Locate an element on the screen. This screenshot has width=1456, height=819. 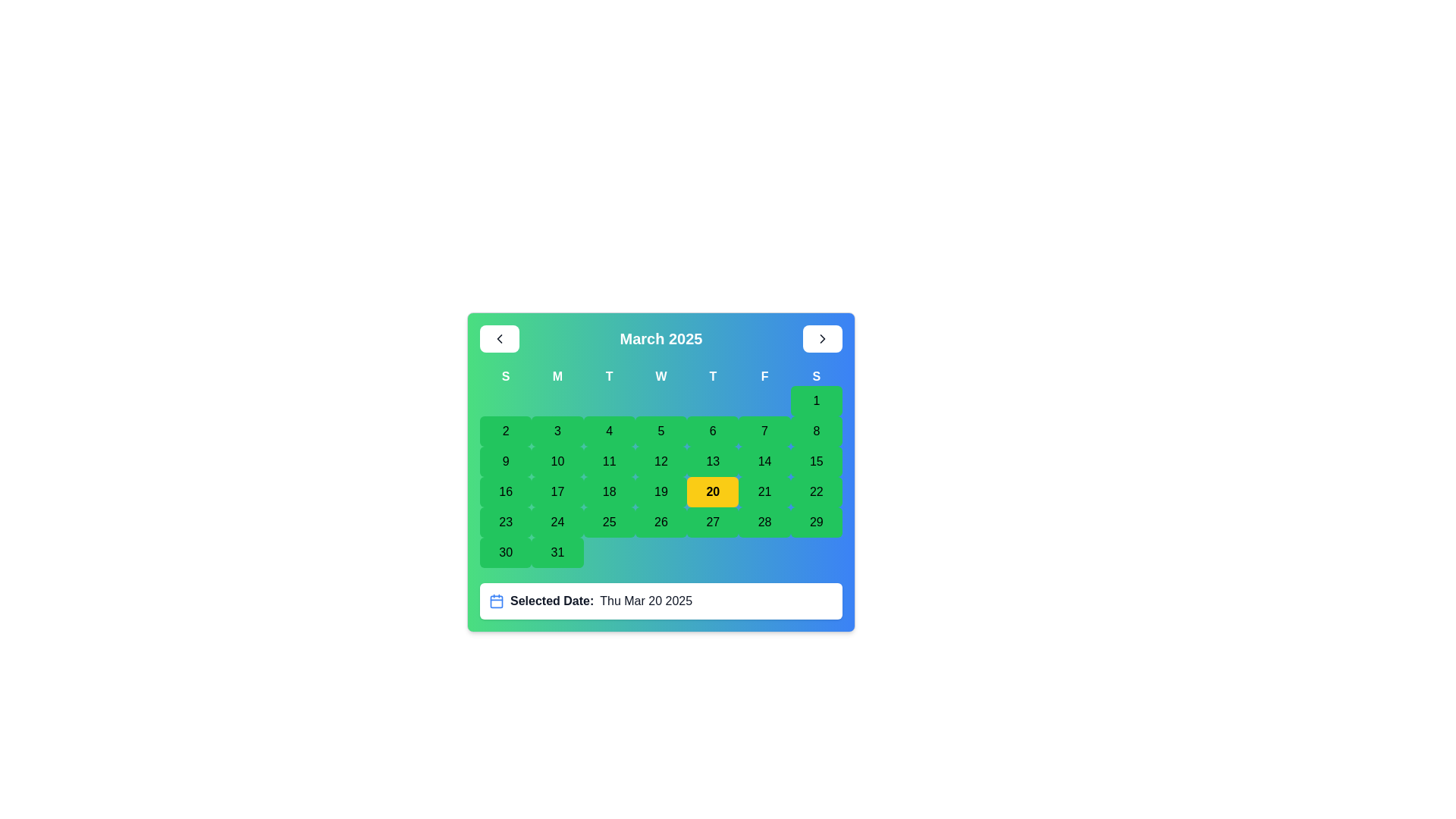
the green button displaying the number '22' in the calendar grid for March 2025 is located at coordinates (815, 491).